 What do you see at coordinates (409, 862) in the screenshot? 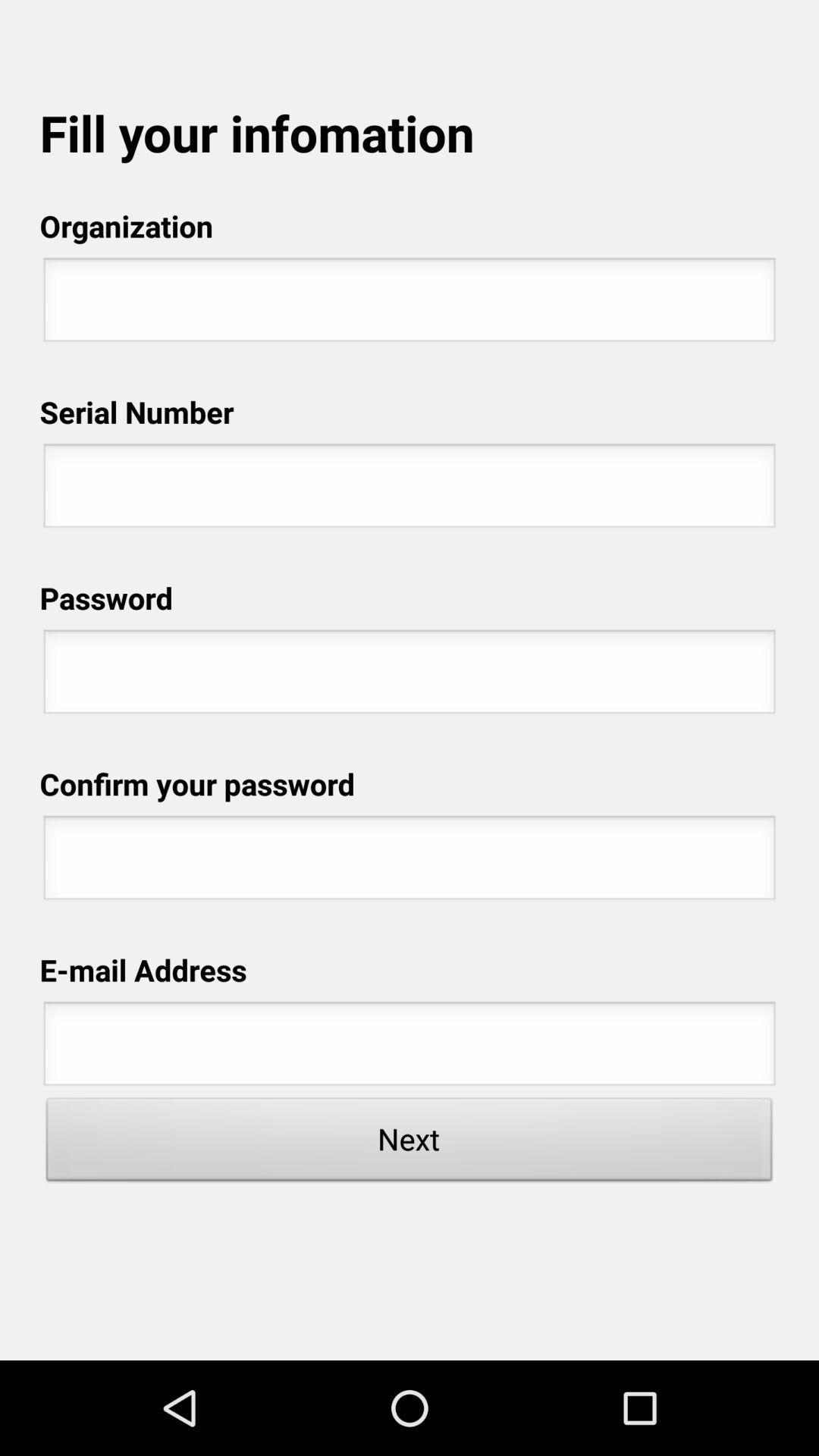
I see `password` at bounding box center [409, 862].